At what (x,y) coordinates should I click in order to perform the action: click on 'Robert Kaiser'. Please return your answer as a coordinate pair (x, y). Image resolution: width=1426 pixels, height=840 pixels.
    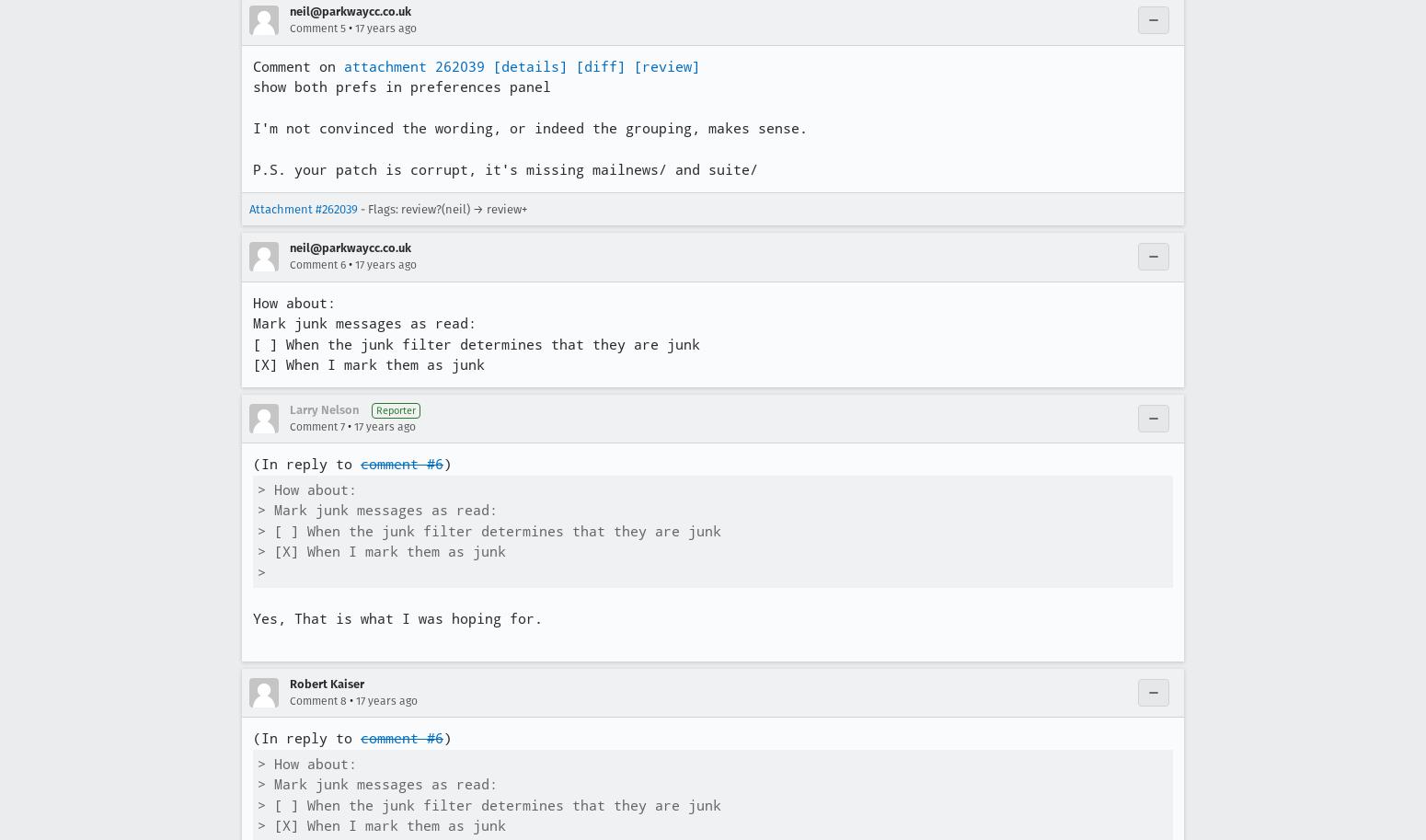
    Looking at the image, I should click on (326, 682).